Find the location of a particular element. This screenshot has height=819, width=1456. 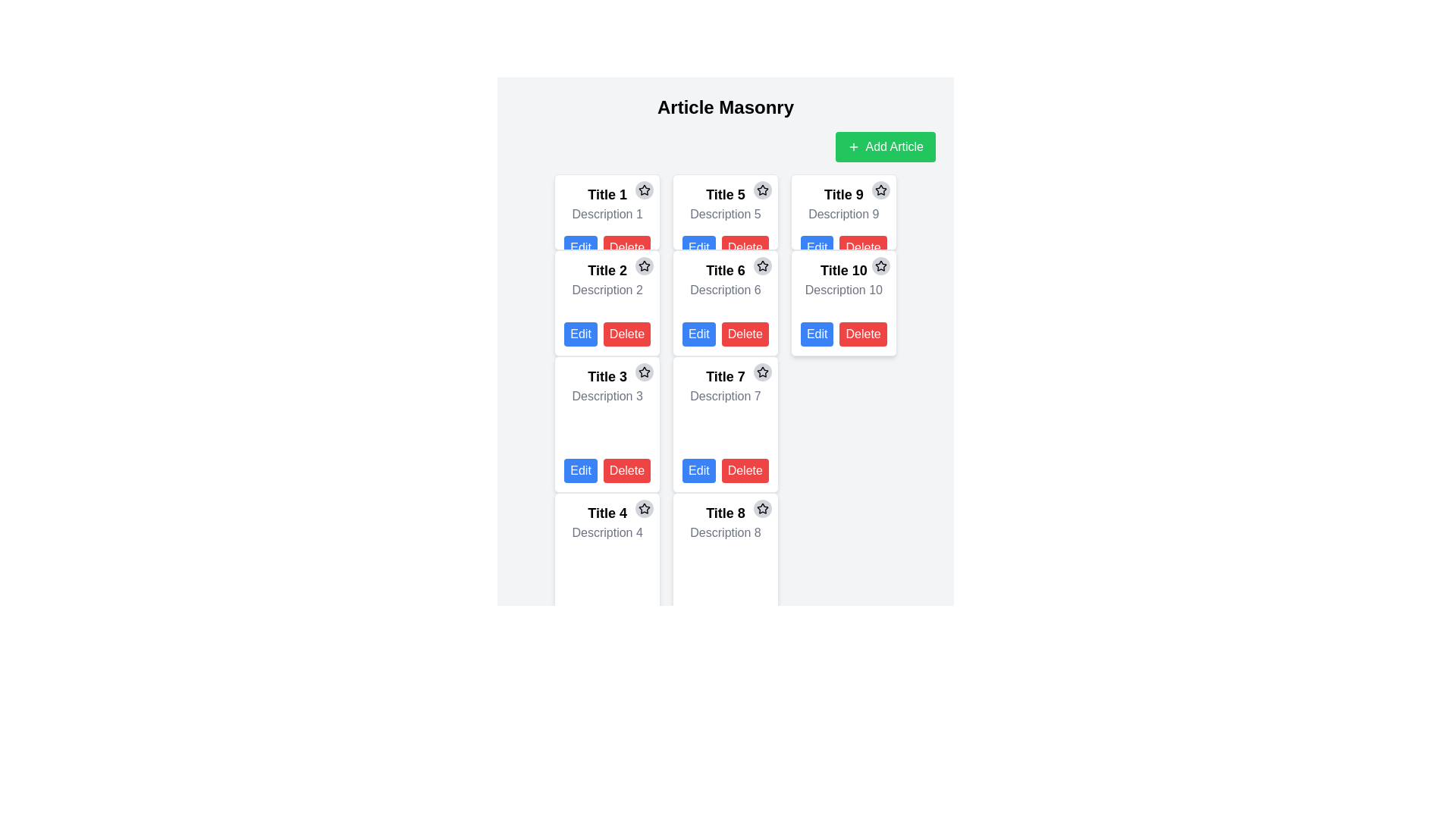

the star-shaped icon element with a hollow center located at the center of the icon adjacent to 'Title 3' is located at coordinates (645, 372).